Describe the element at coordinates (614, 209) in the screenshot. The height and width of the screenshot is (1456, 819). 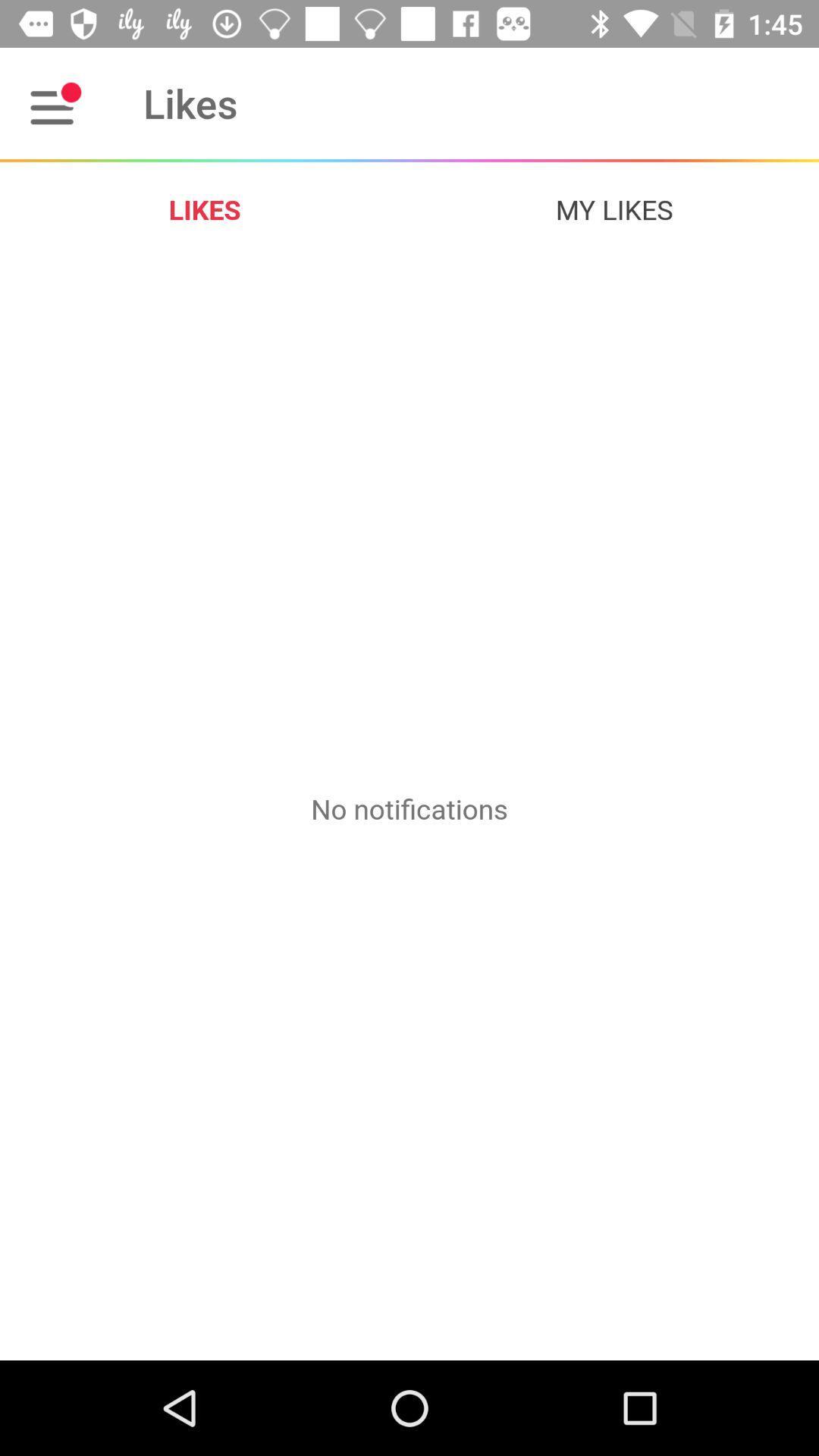
I see `my likes` at that location.